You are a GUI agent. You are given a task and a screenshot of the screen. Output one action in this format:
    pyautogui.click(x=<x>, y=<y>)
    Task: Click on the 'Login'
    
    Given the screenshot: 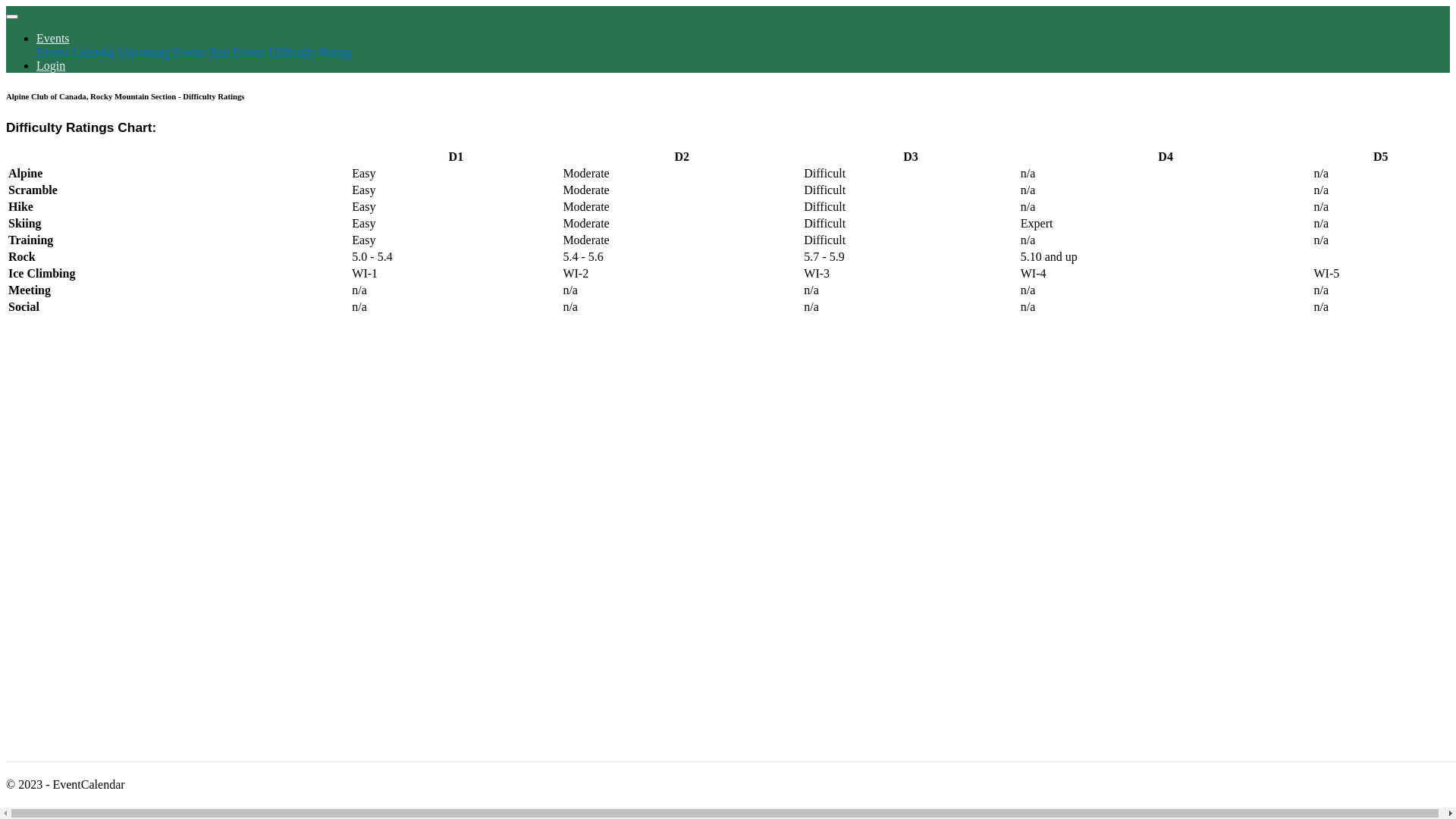 What is the action you would take?
    pyautogui.click(x=51, y=64)
    